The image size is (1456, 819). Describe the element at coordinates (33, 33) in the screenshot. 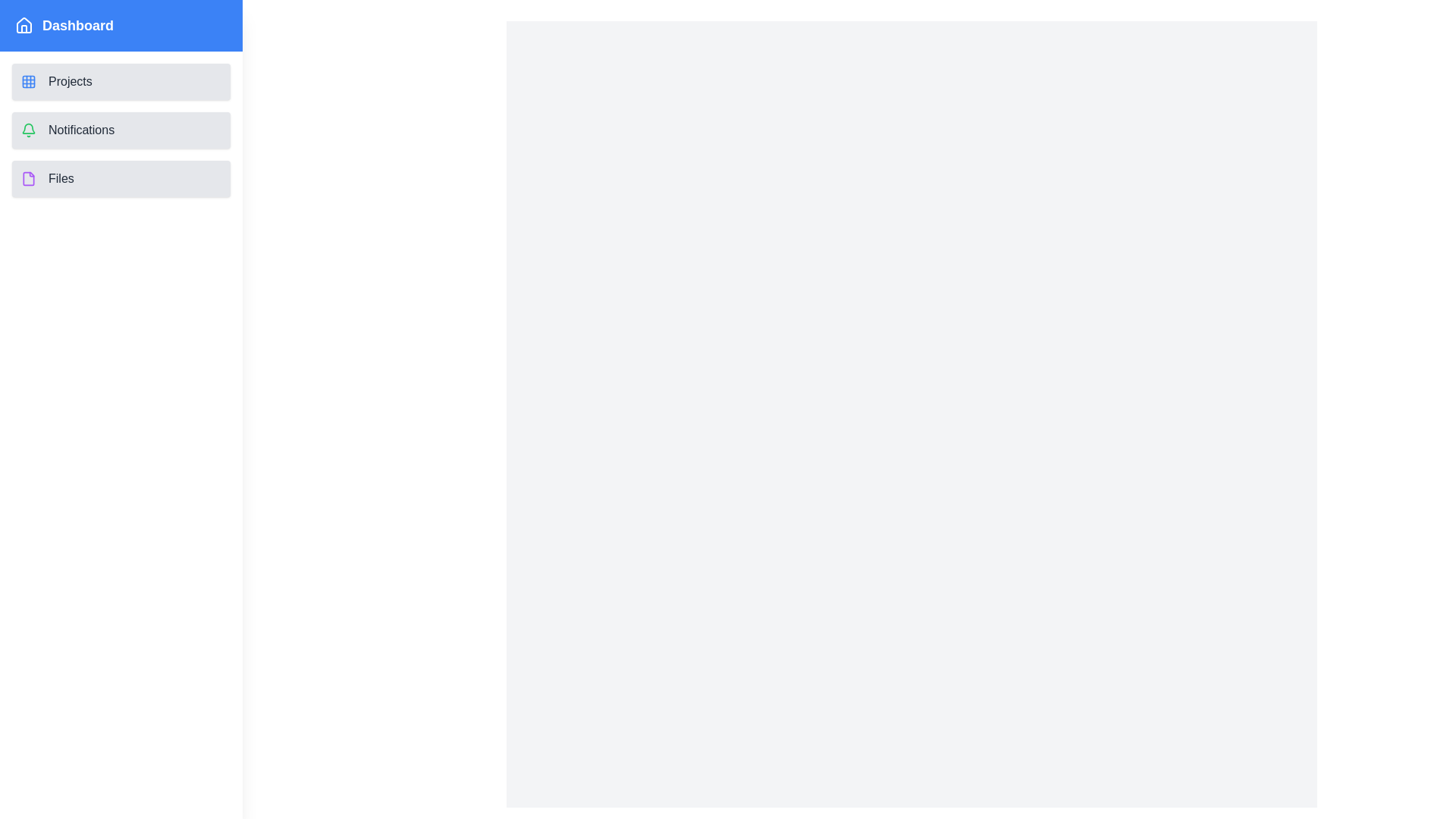

I see `button in the top-left corner to toggle the drawer visibility` at that location.